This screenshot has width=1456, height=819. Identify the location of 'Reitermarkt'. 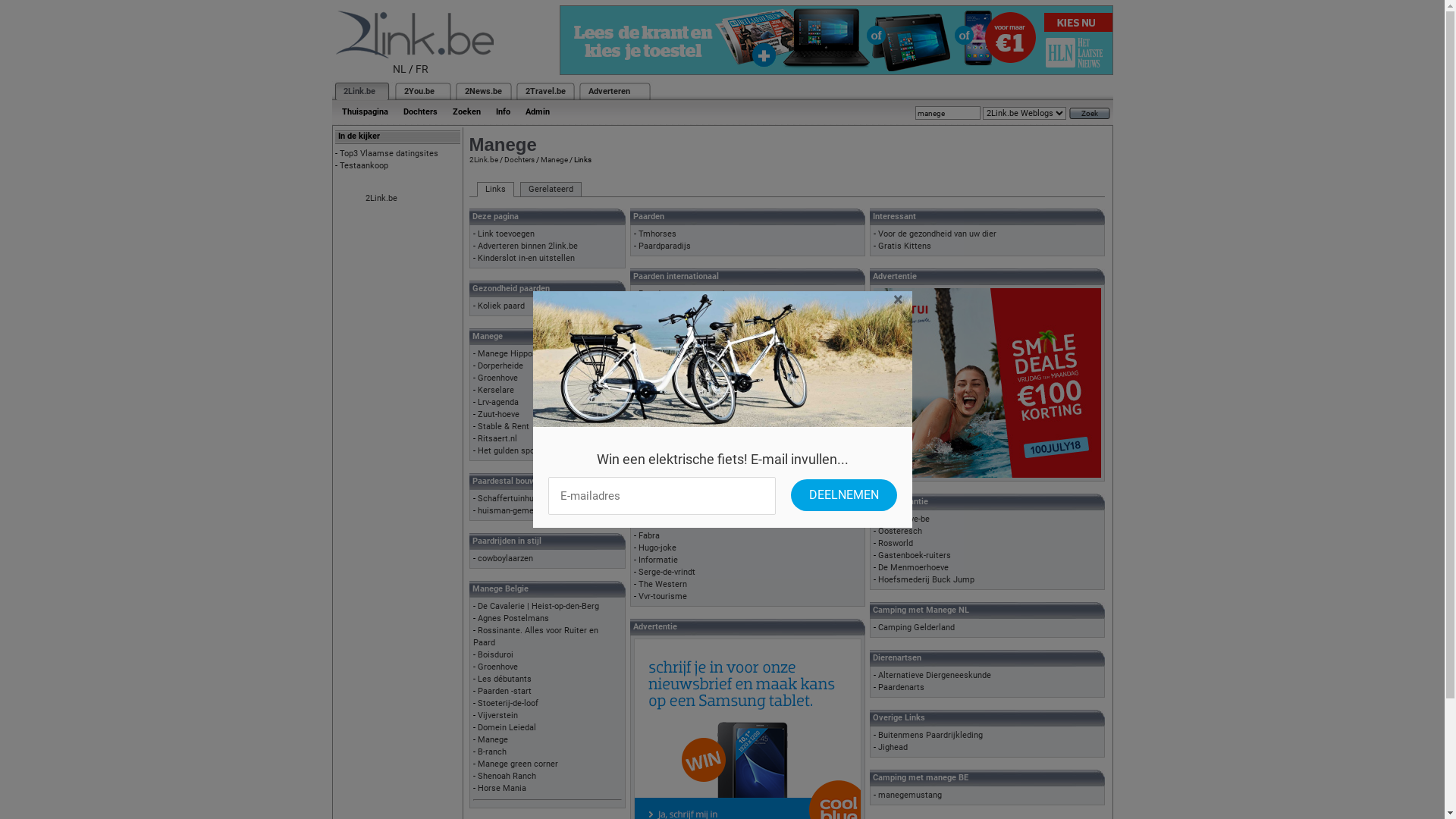
(661, 378).